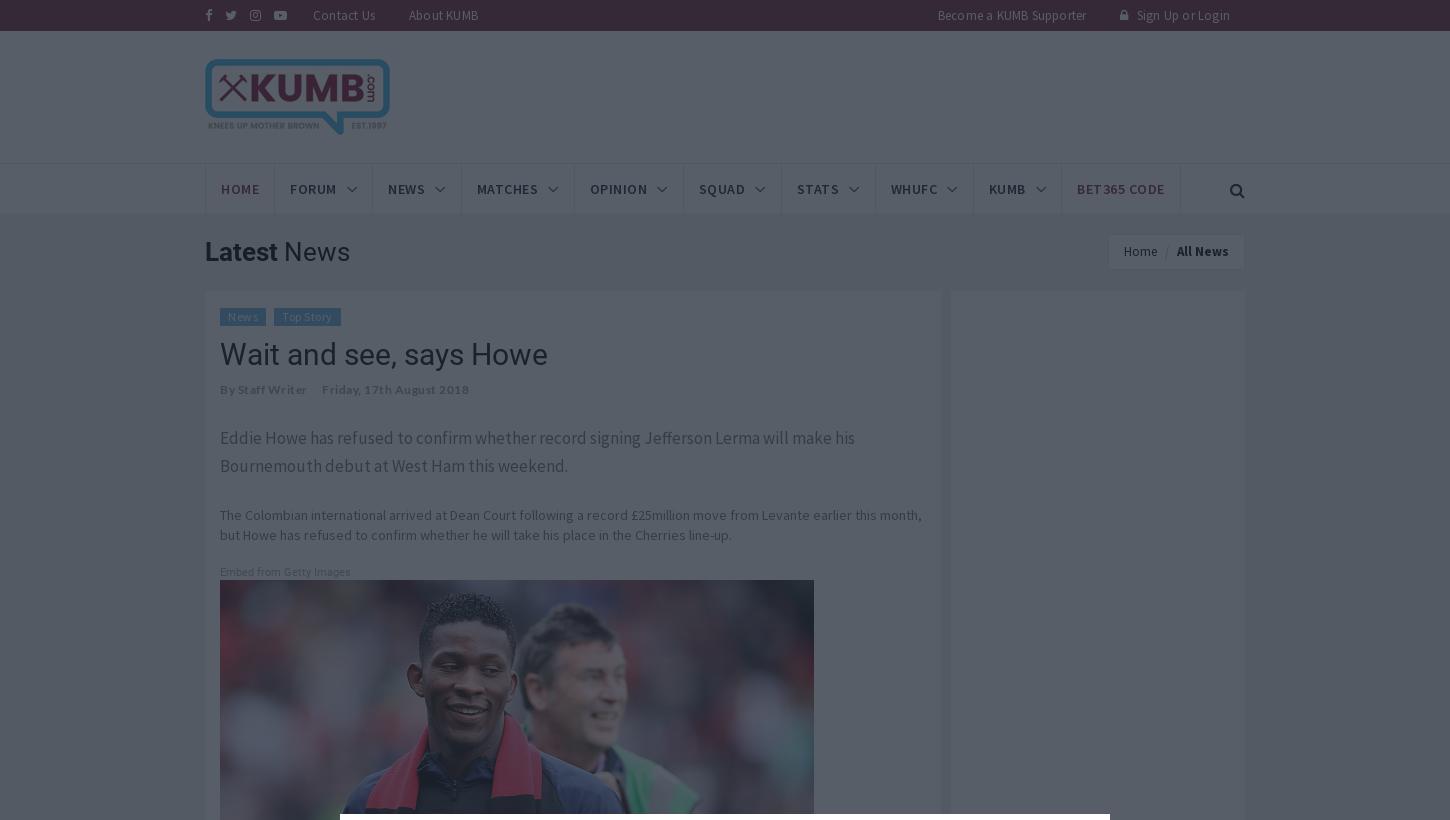 This screenshot has height=820, width=1450. I want to click on 'Login', so click(1212, 14).